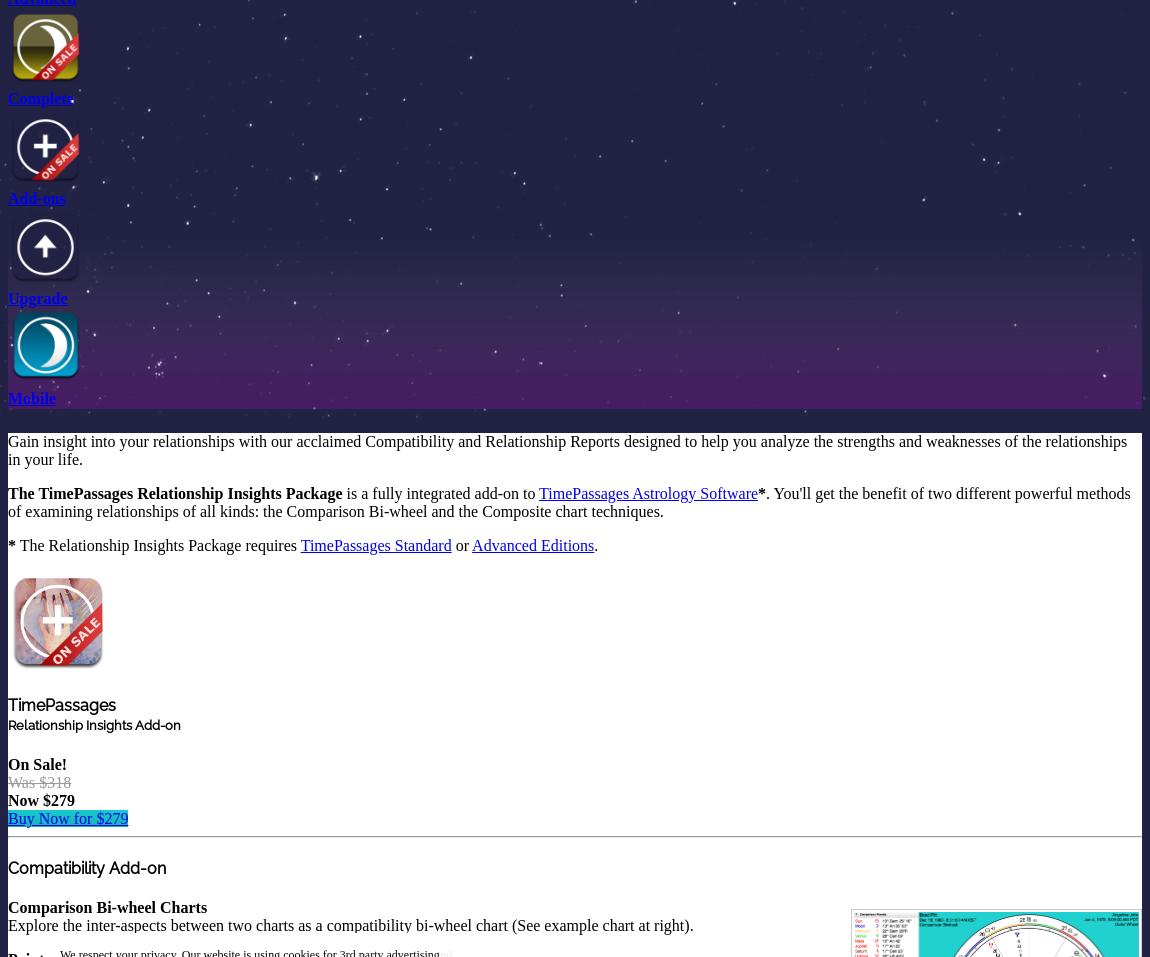 This screenshot has width=1150, height=957. I want to click on 'Advanced Editions', so click(471, 545).